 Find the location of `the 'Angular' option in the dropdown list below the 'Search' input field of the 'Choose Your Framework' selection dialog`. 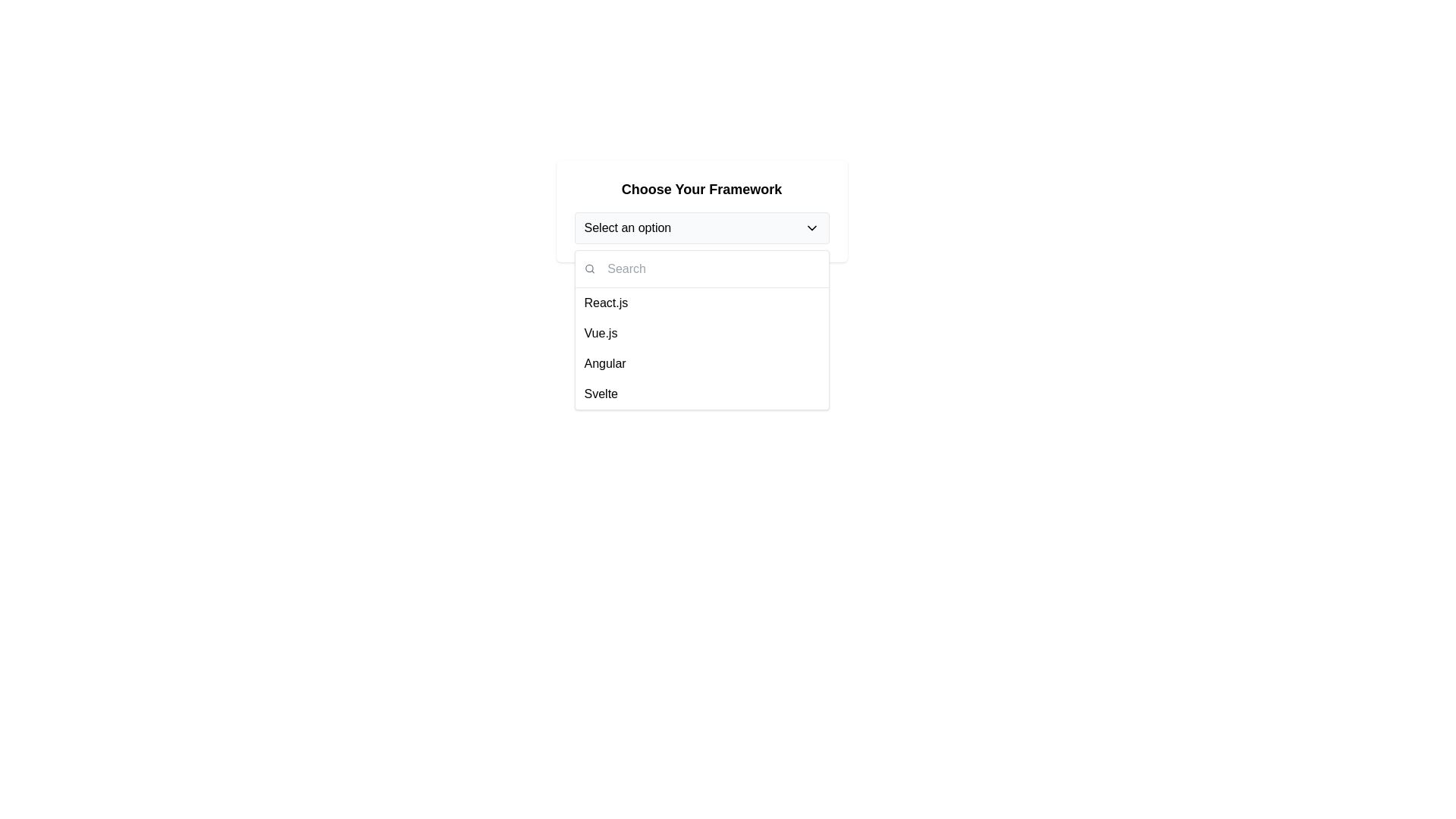

the 'Angular' option in the dropdown list below the 'Search' input field of the 'Choose Your Framework' selection dialog is located at coordinates (701, 348).